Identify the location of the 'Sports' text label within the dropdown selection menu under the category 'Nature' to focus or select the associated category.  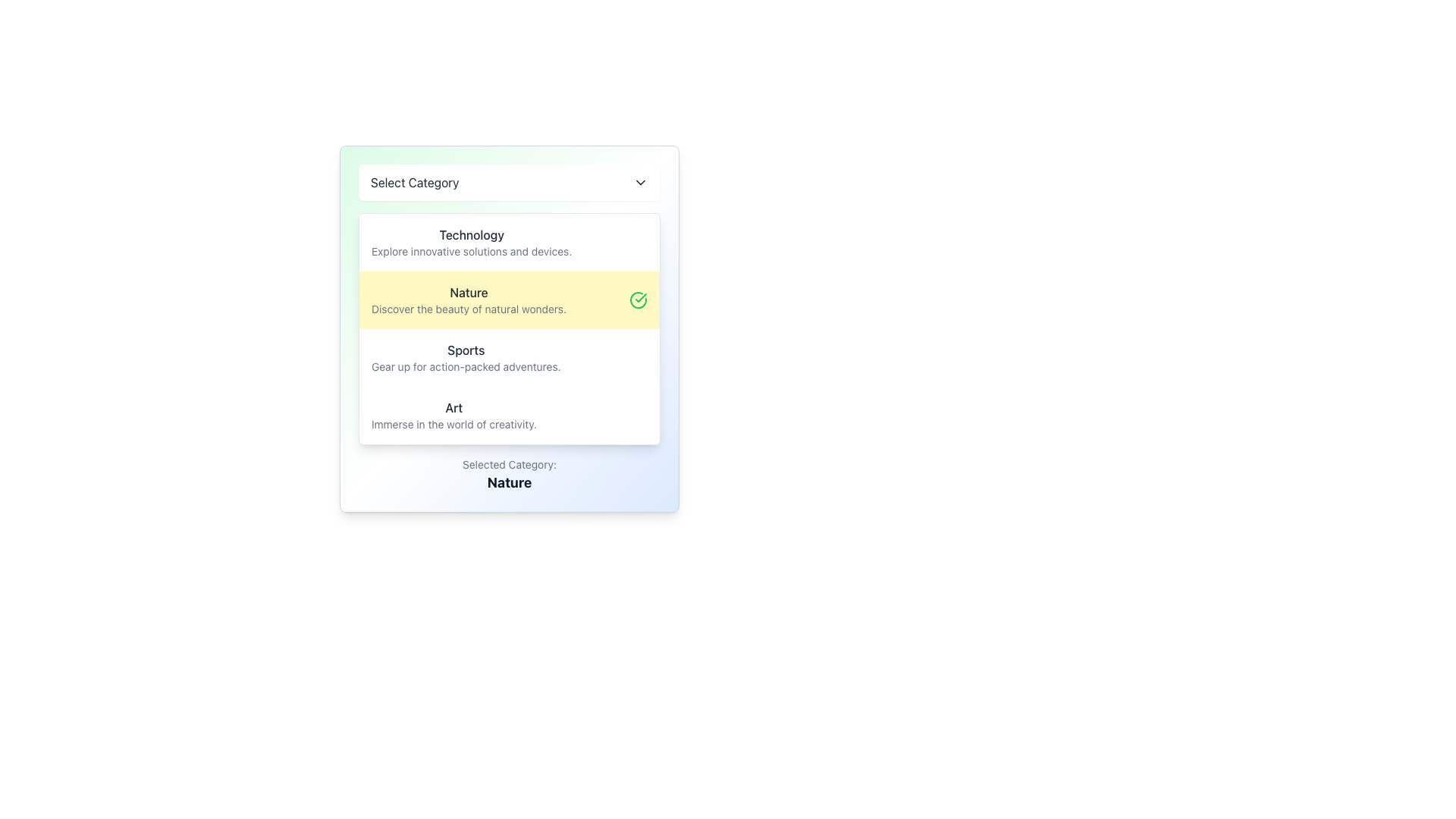
(465, 350).